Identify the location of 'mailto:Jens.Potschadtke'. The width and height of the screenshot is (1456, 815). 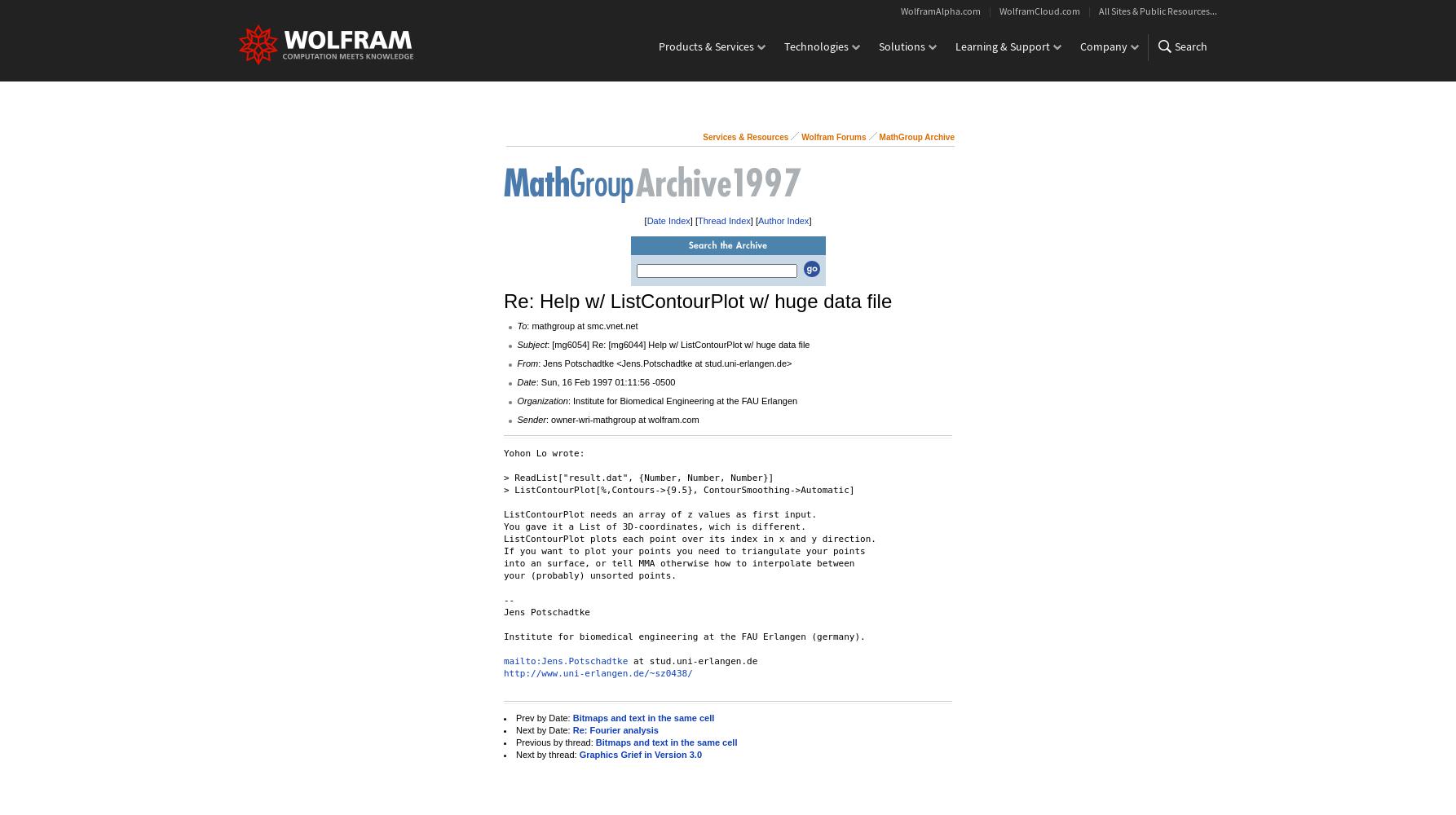
(566, 661).